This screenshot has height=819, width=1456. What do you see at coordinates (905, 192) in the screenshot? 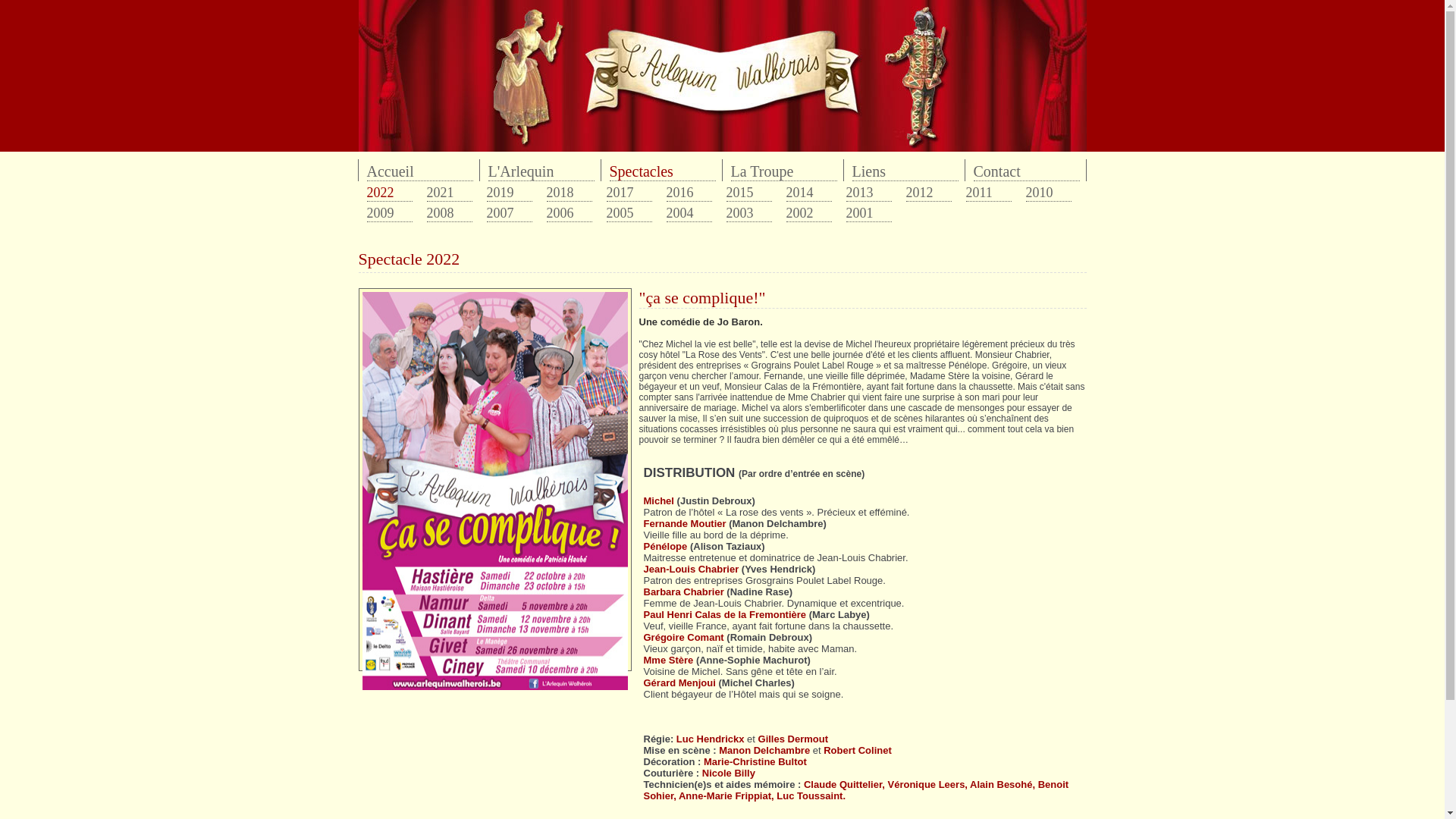
I see `'2012'` at bounding box center [905, 192].